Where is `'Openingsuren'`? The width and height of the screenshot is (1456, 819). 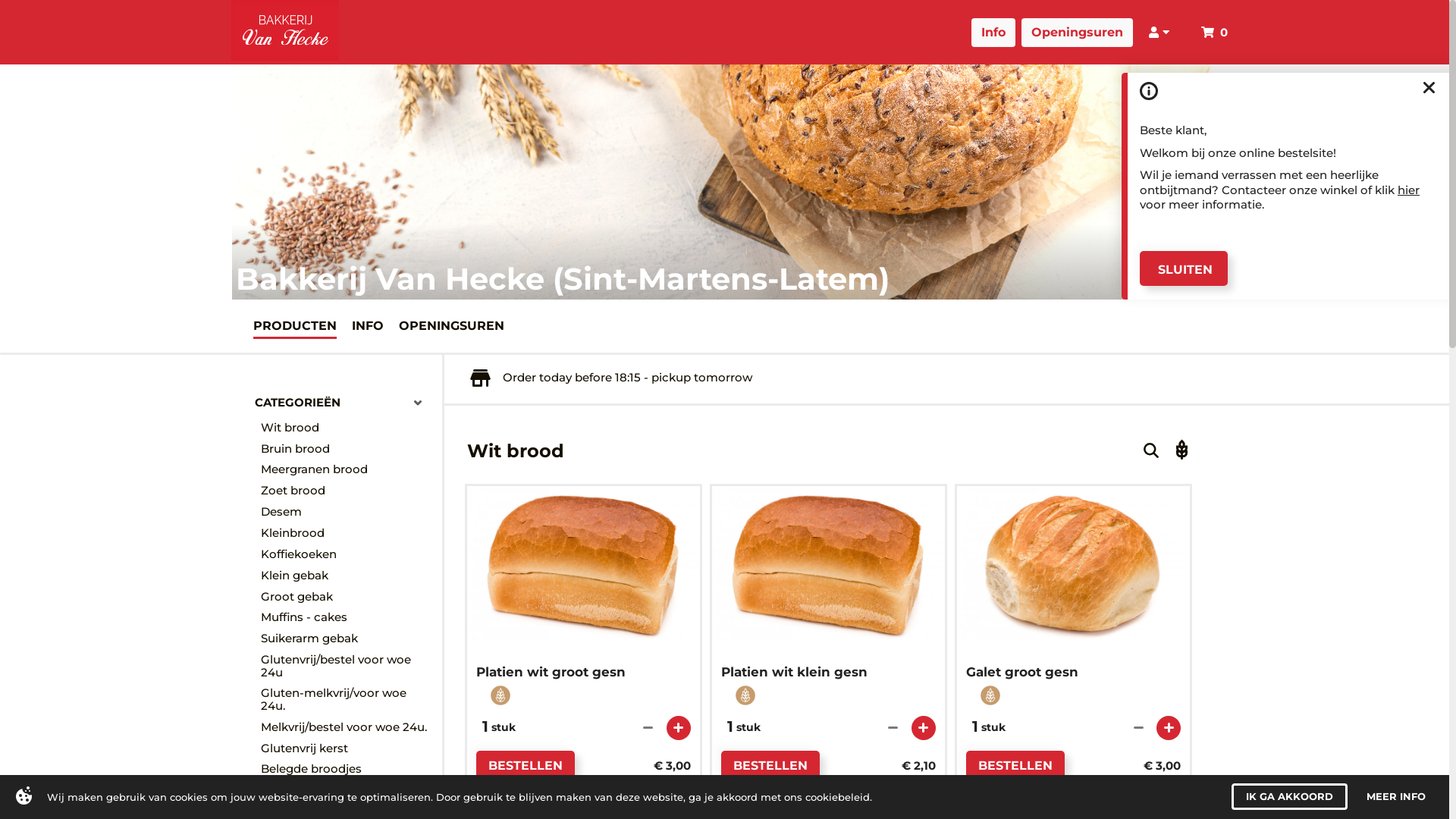
'Openingsuren' is located at coordinates (1037, 32).